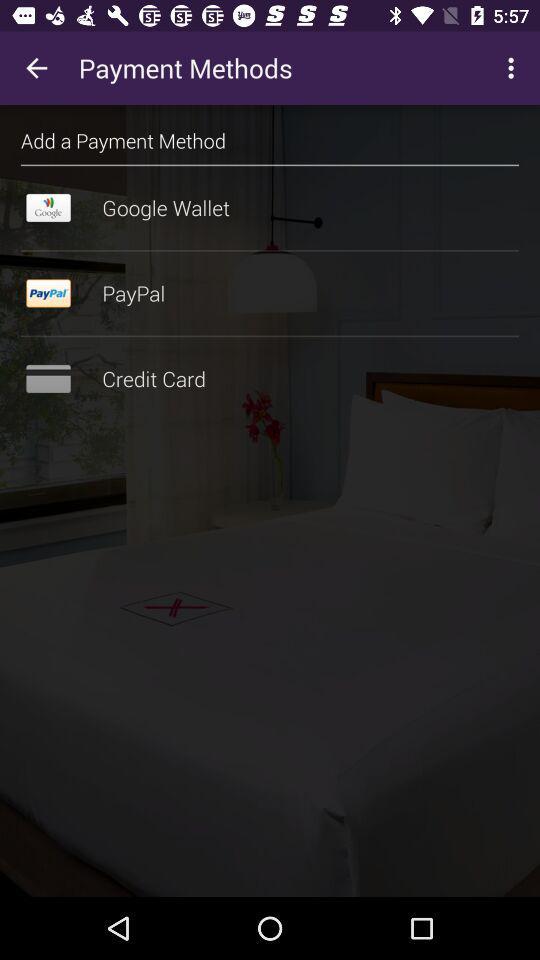  What do you see at coordinates (513, 68) in the screenshot?
I see `the icon at the top right corner` at bounding box center [513, 68].